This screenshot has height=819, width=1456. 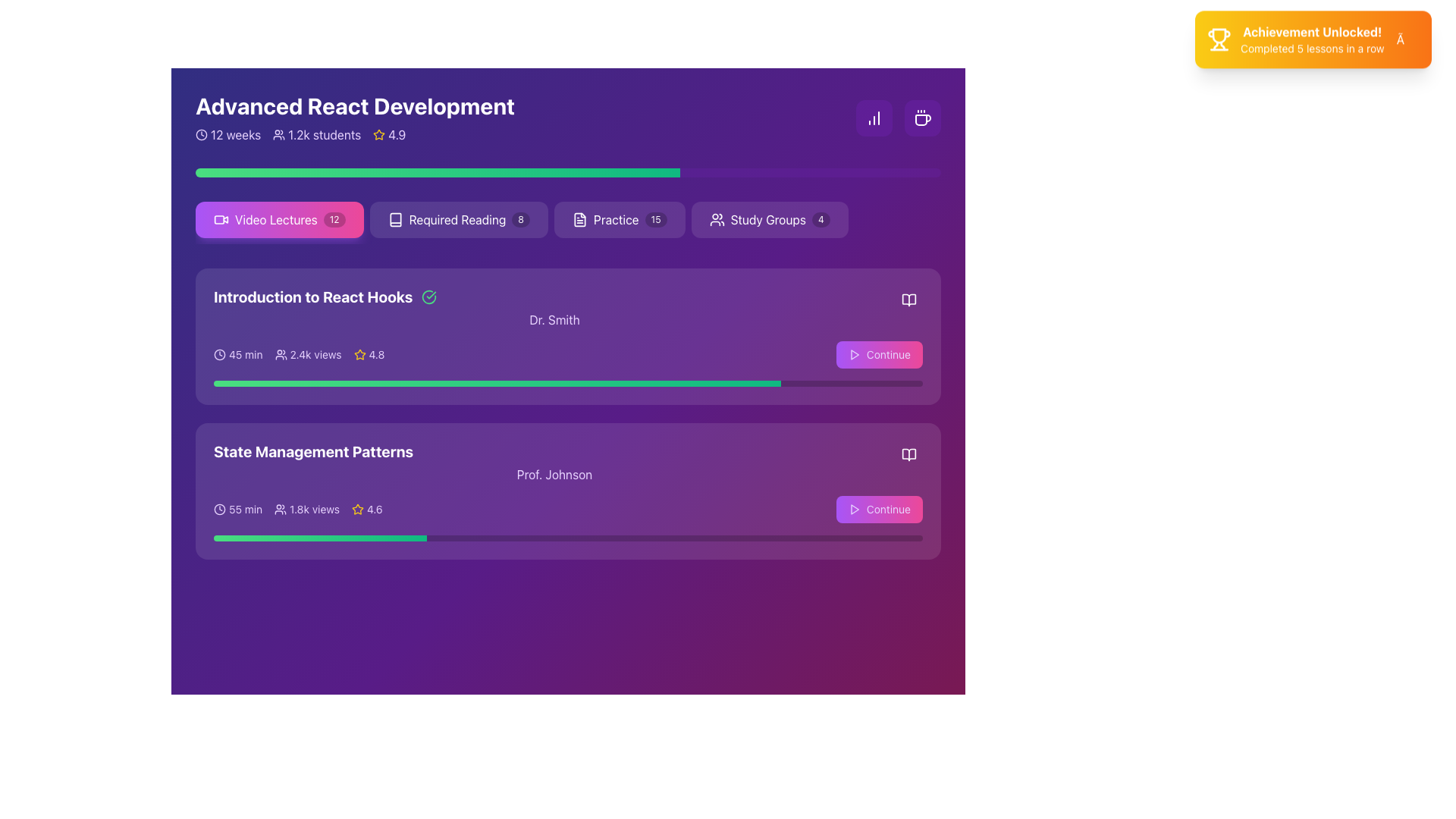 What do you see at coordinates (319, 537) in the screenshot?
I see `the gradient progress bar that visually indicates progress related to 'State Management Patterns', which is styled with rounded edges and located near the bottom of the section` at bounding box center [319, 537].